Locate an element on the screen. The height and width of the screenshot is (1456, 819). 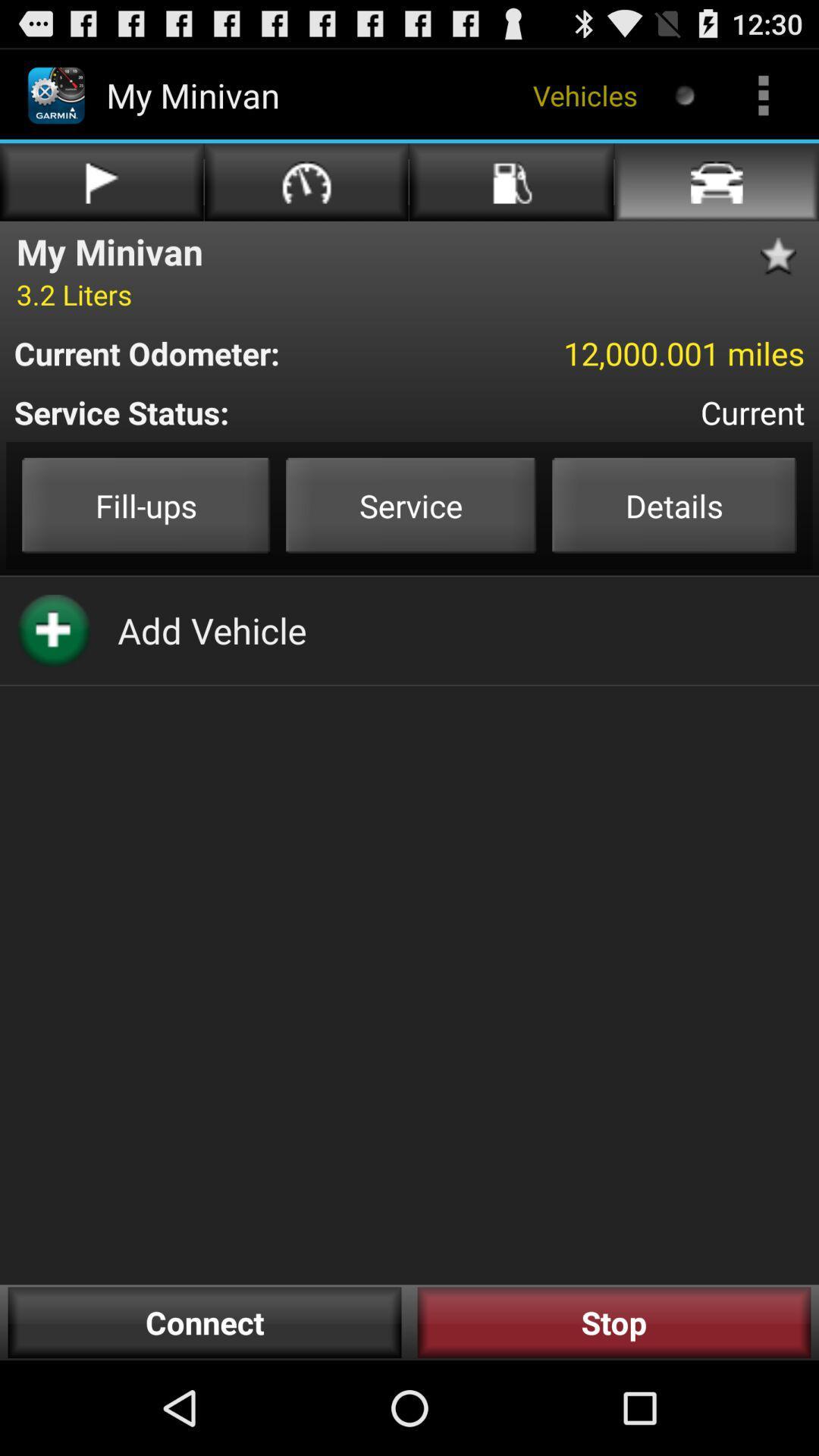
icon above the 12 000 001 is located at coordinates (783, 256).